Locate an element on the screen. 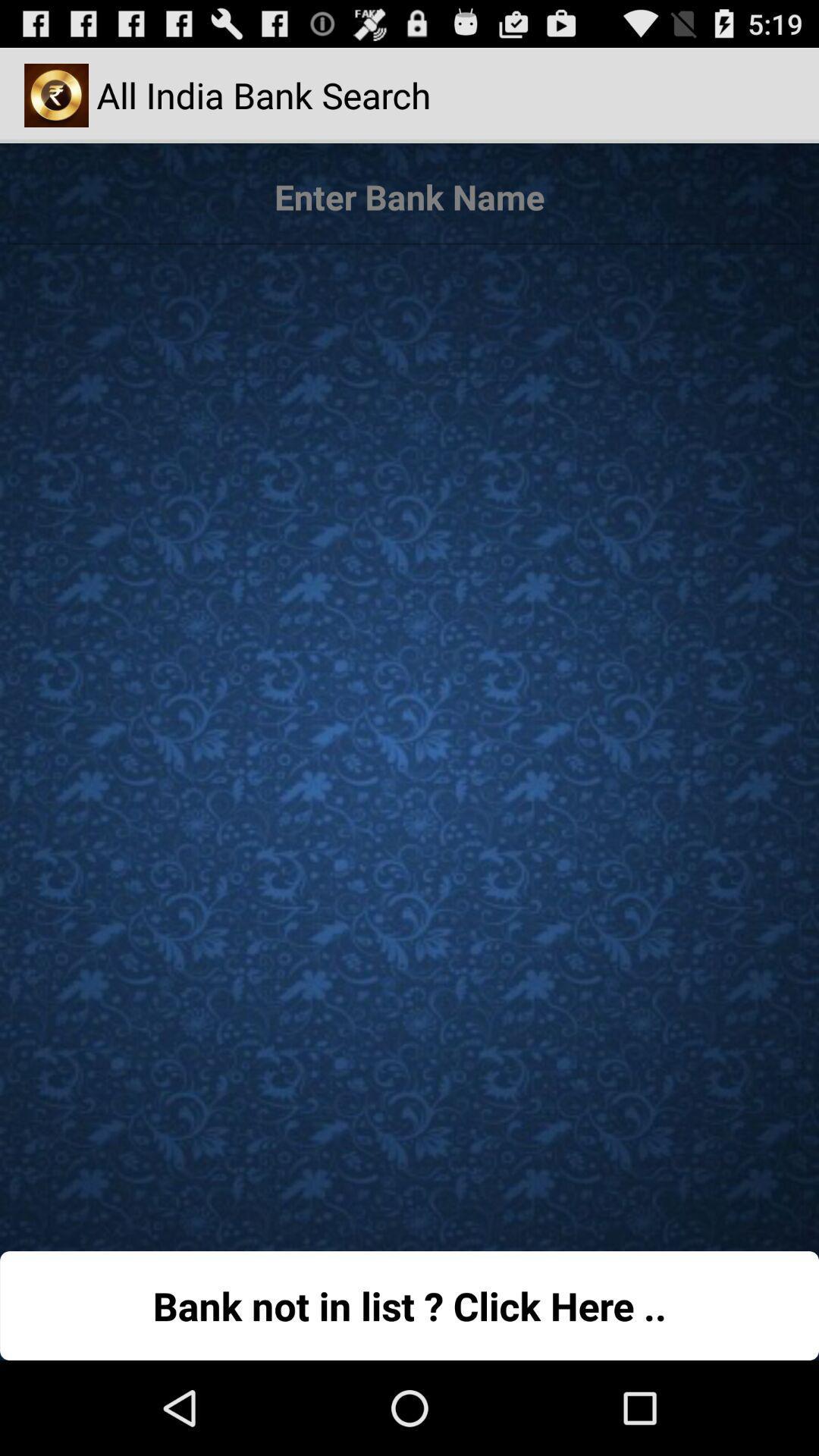 This screenshot has height=1456, width=819. input bank name is located at coordinates (409, 196).